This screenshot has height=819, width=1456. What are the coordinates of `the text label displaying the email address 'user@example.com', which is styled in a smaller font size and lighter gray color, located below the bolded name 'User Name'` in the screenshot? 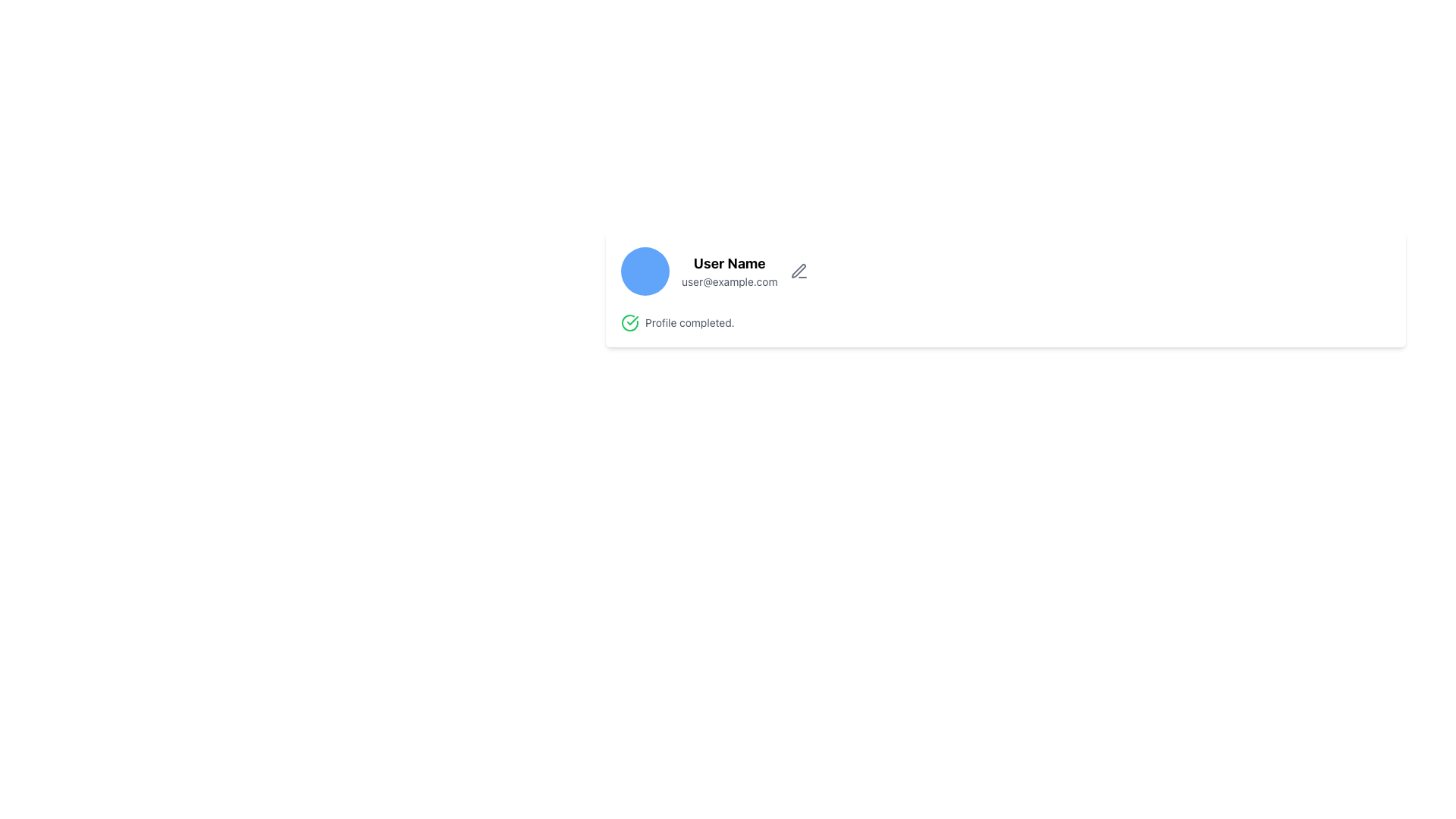 It's located at (730, 281).